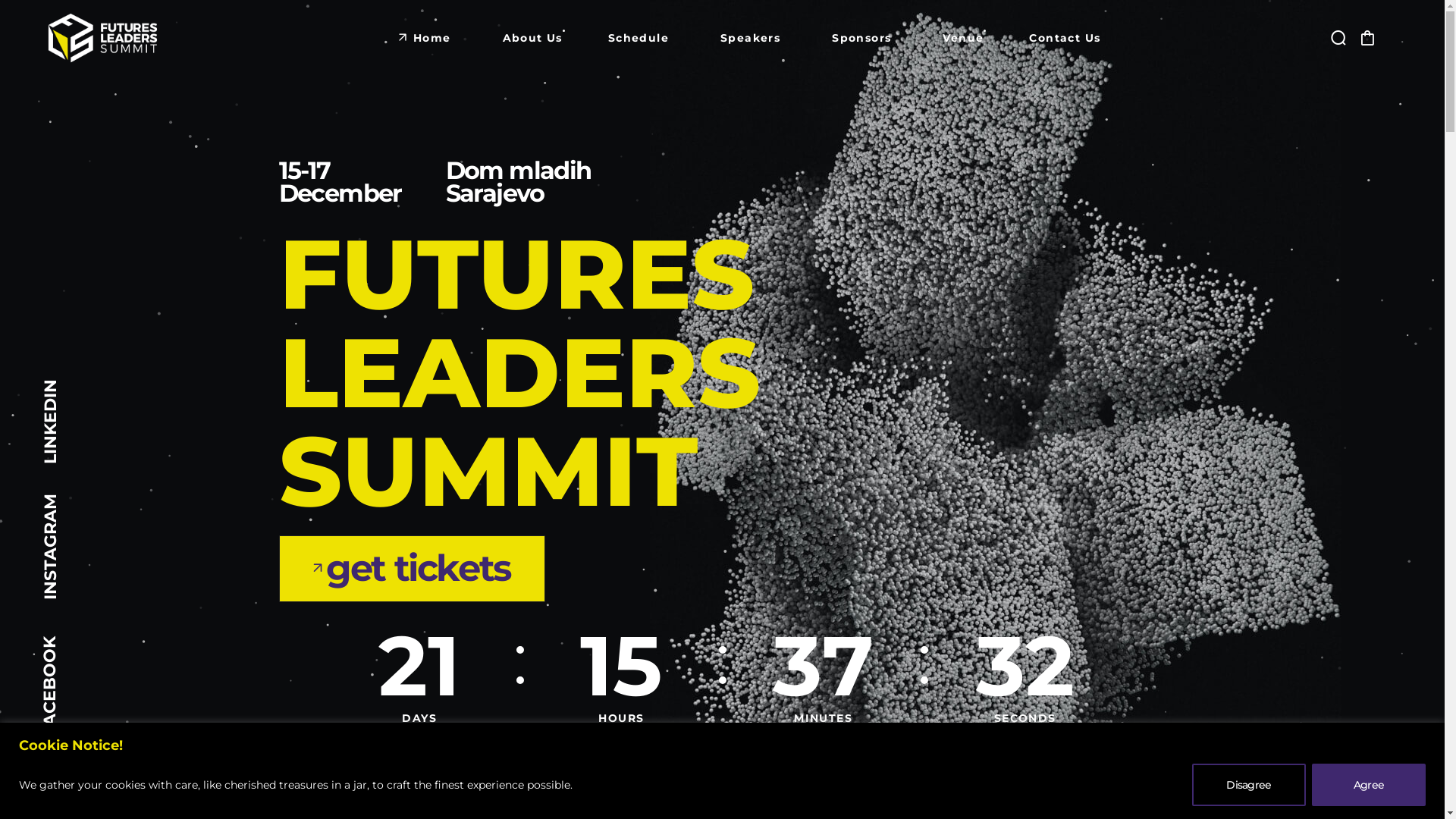 This screenshot has width=1456, height=819. What do you see at coordinates (638, 37) in the screenshot?
I see `'Schedule'` at bounding box center [638, 37].